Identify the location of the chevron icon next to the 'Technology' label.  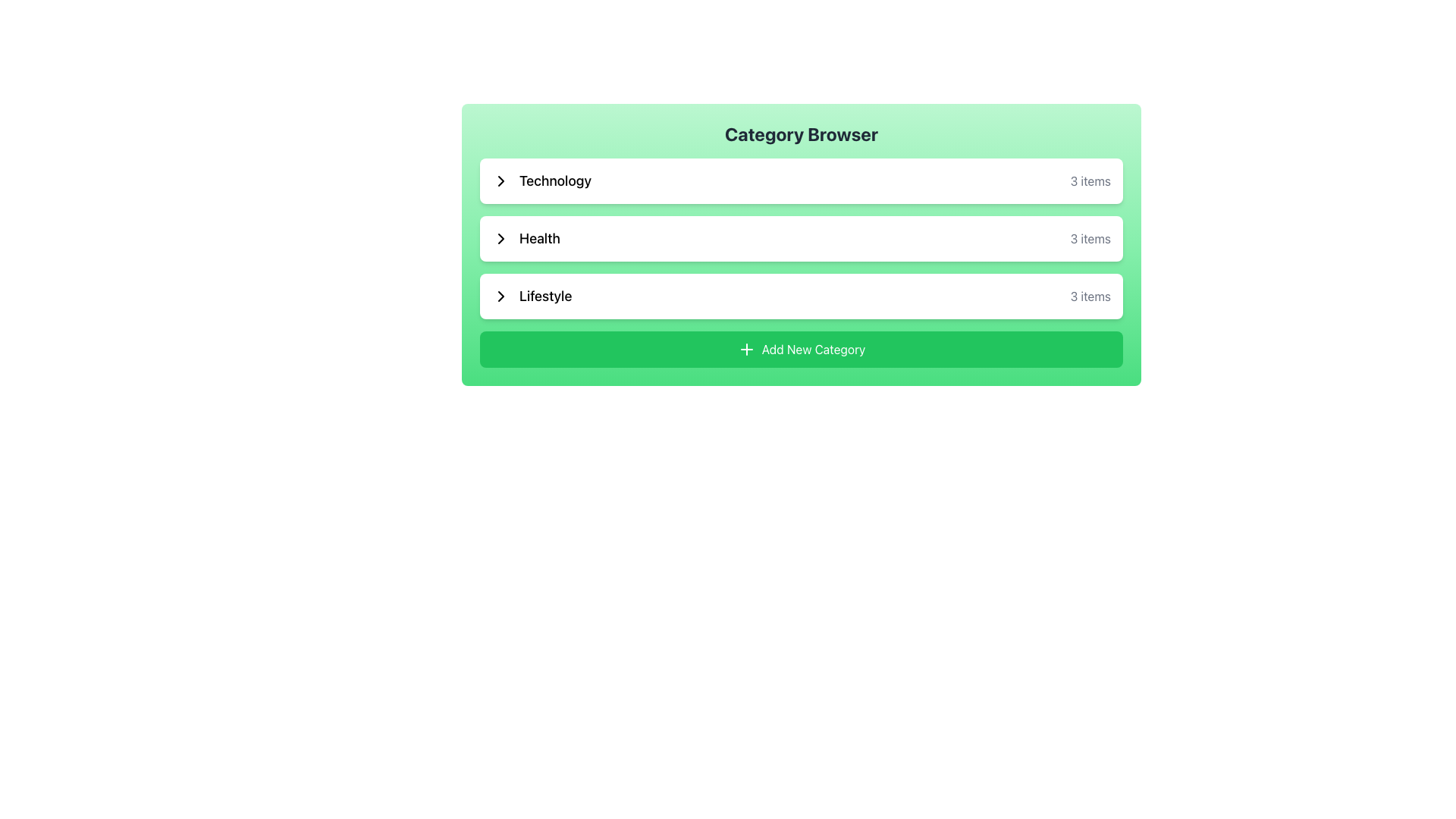
(501, 180).